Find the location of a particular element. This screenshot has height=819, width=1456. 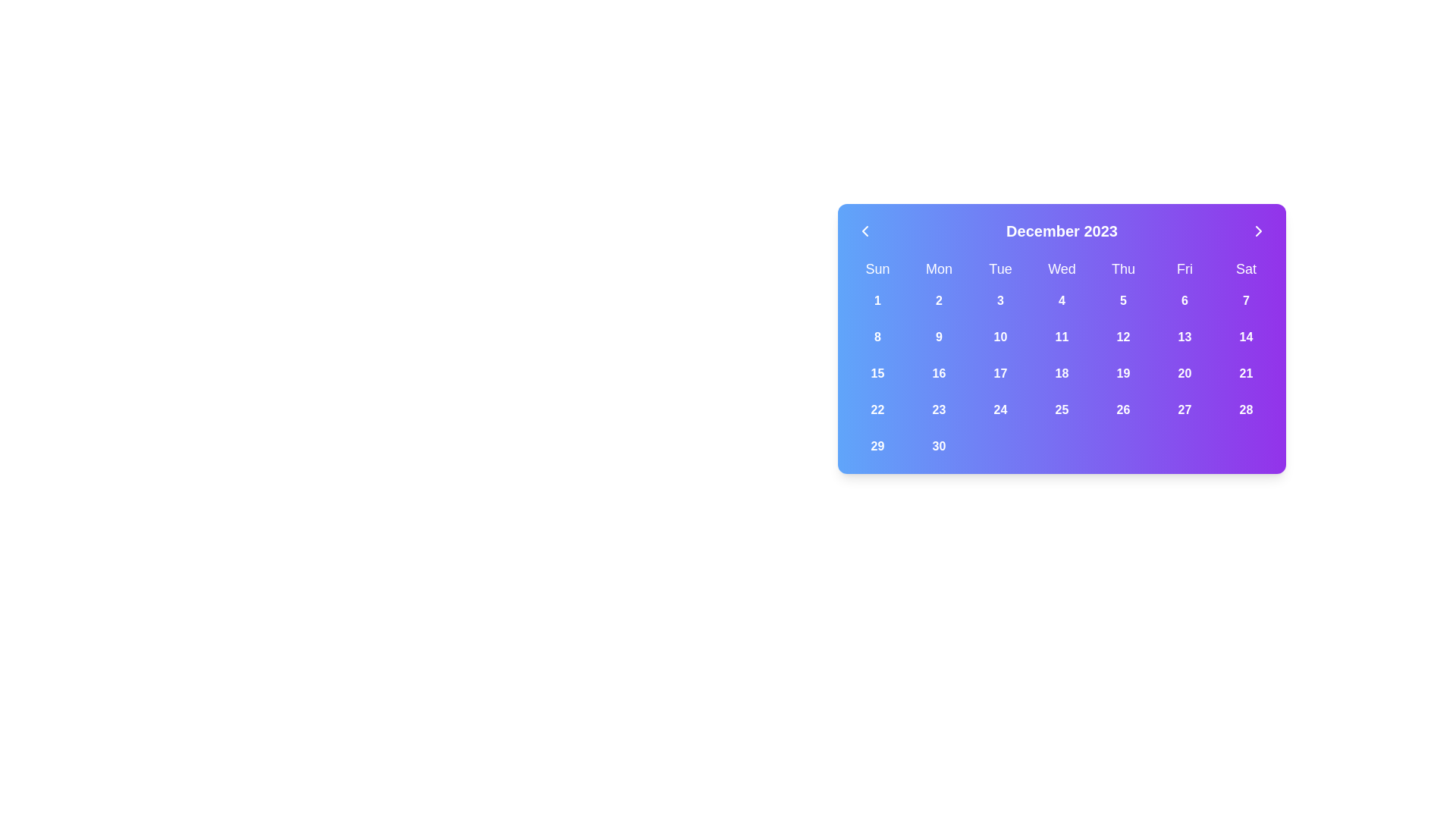

the selectable day button representing the 14th day in the calendar interface is located at coordinates (1246, 336).